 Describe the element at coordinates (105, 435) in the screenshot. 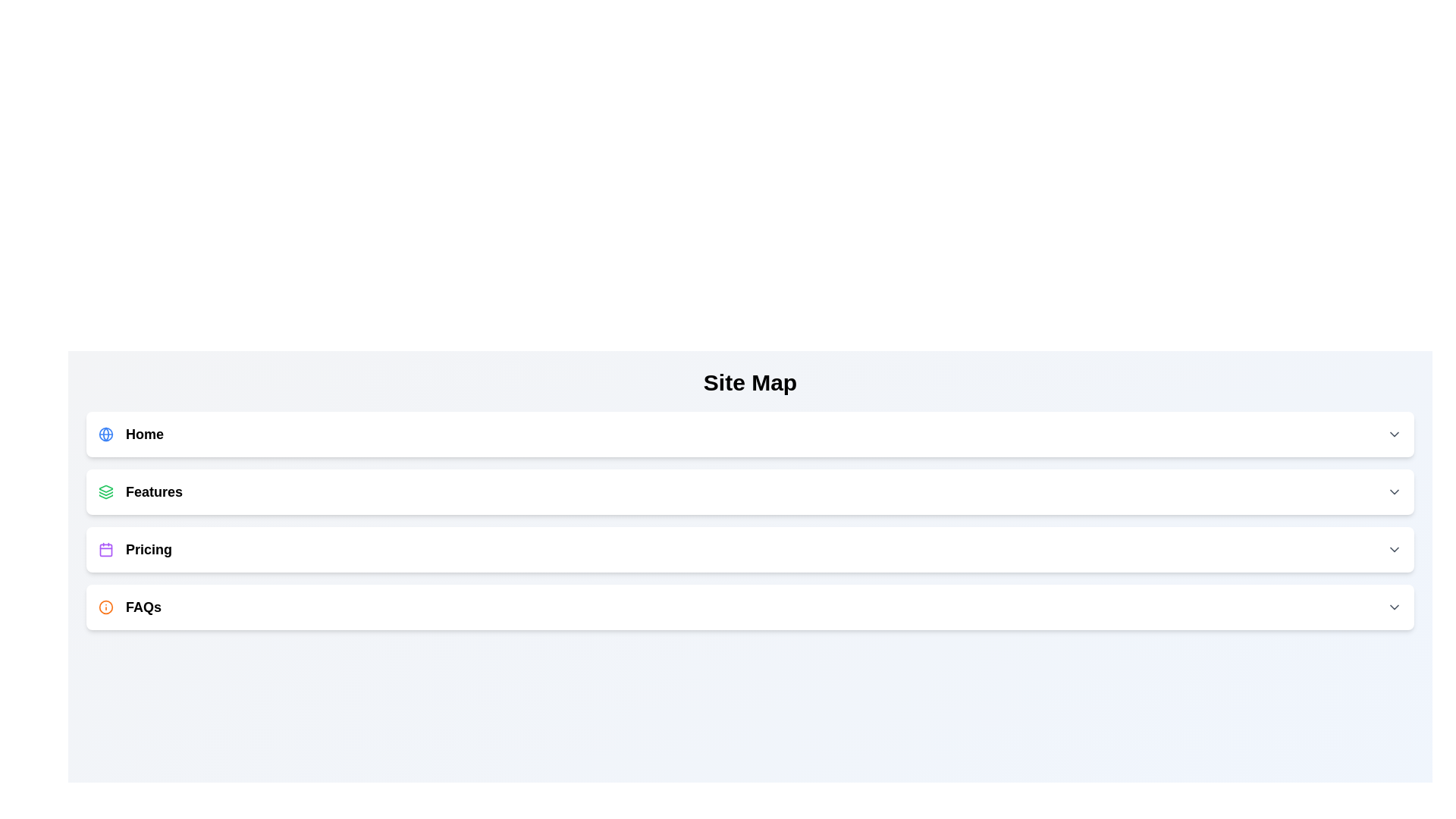

I see `the 'Home' icon which is located to the left of the text 'Home' in the first menu item of the vertically stacked navigation list` at that location.